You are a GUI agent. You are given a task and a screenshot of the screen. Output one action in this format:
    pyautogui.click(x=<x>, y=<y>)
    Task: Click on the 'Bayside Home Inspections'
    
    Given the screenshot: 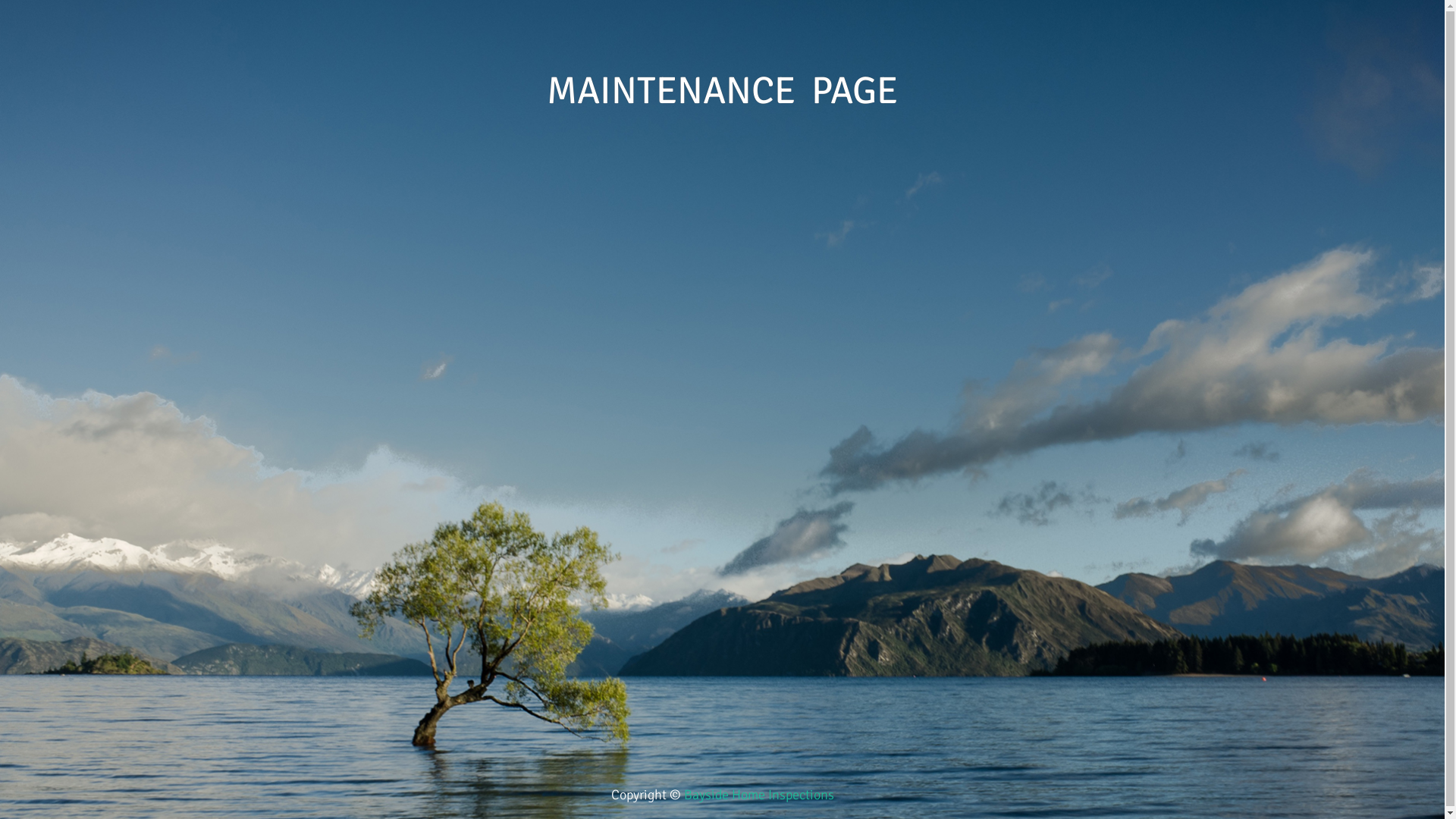 What is the action you would take?
    pyautogui.click(x=759, y=794)
    